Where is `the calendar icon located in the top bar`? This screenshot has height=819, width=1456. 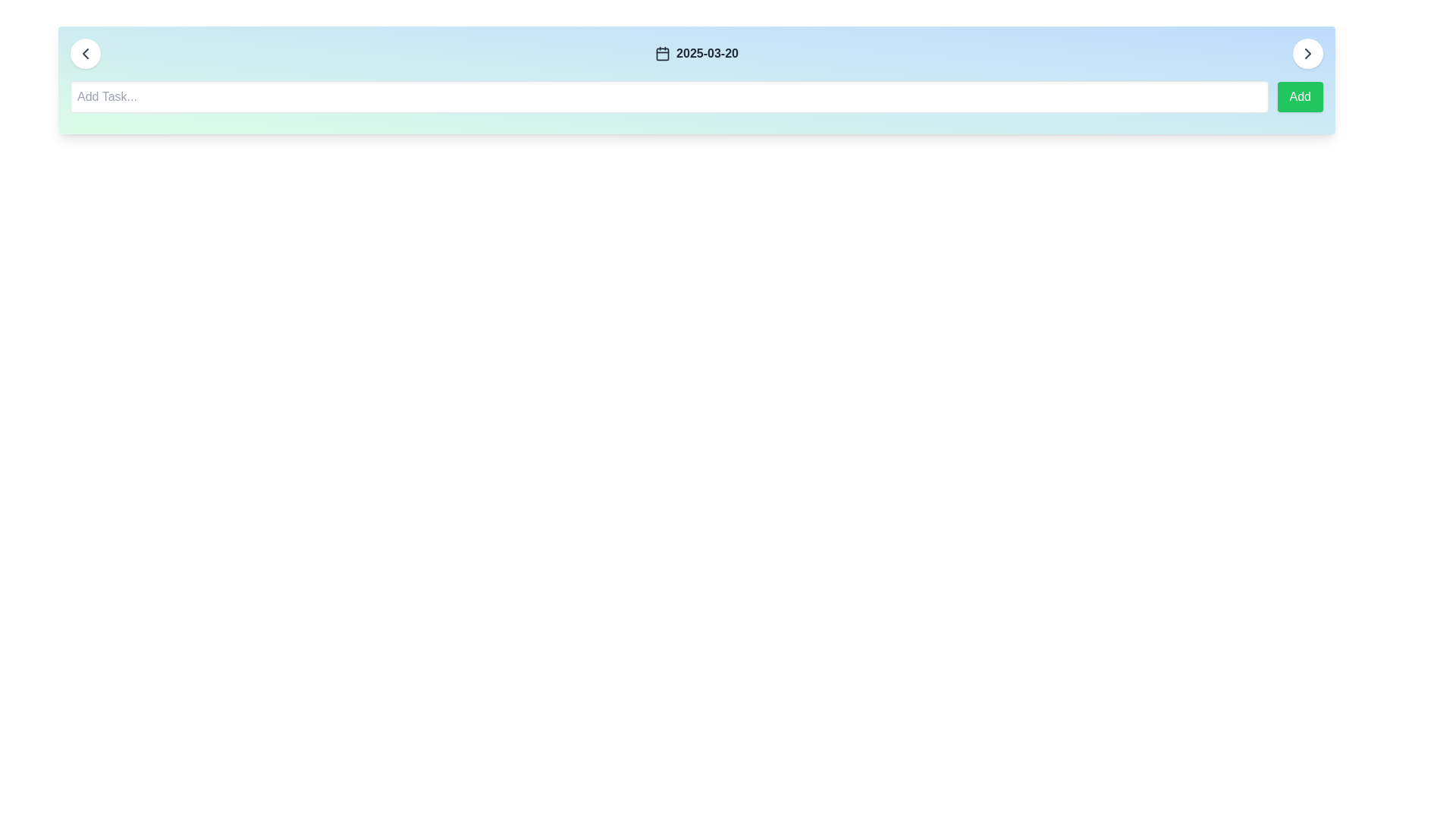 the calendar icon located in the top bar is located at coordinates (663, 52).